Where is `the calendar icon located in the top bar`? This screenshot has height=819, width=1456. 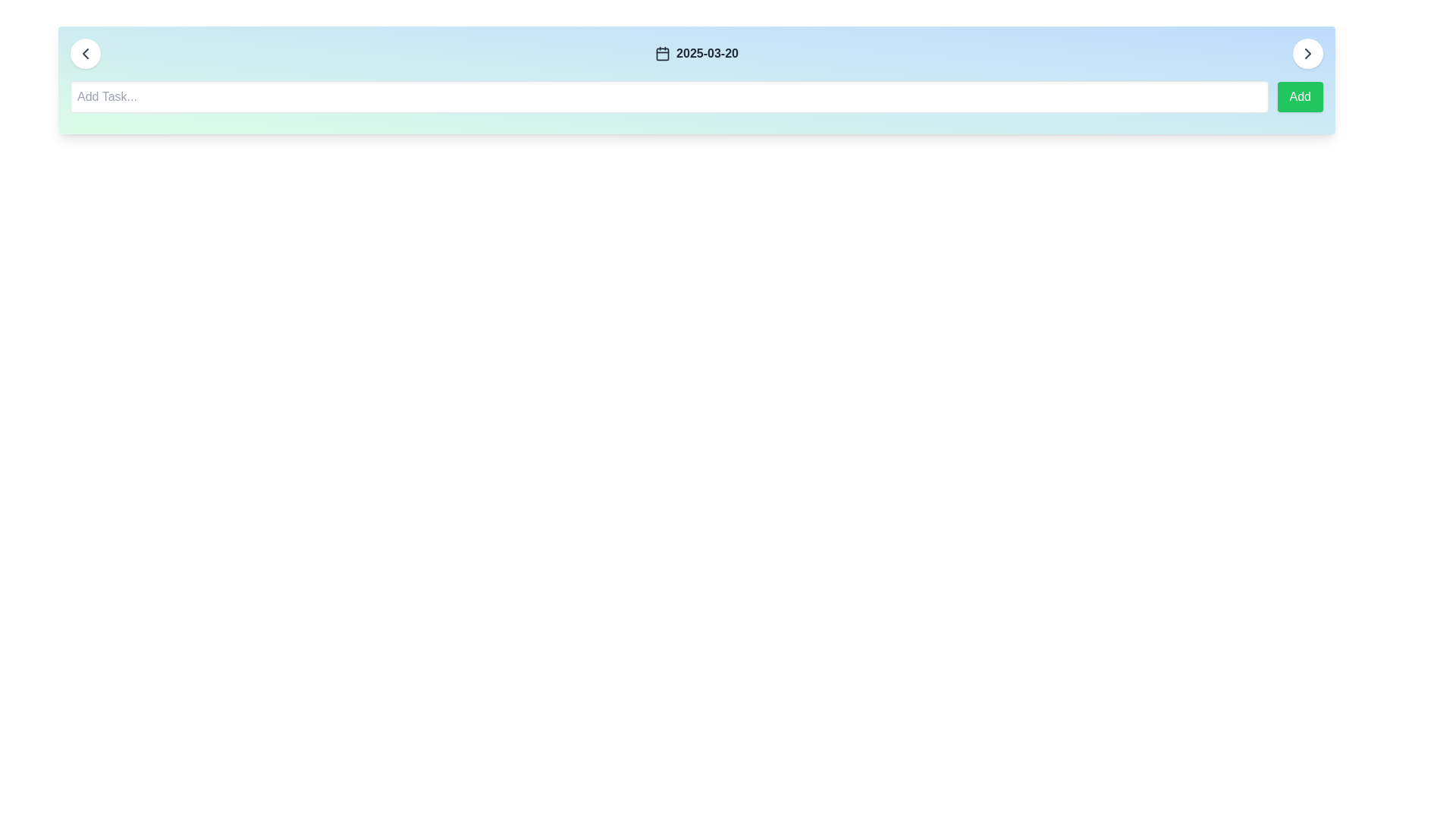 the calendar icon located in the top bar is located at coordinates (663, 52).